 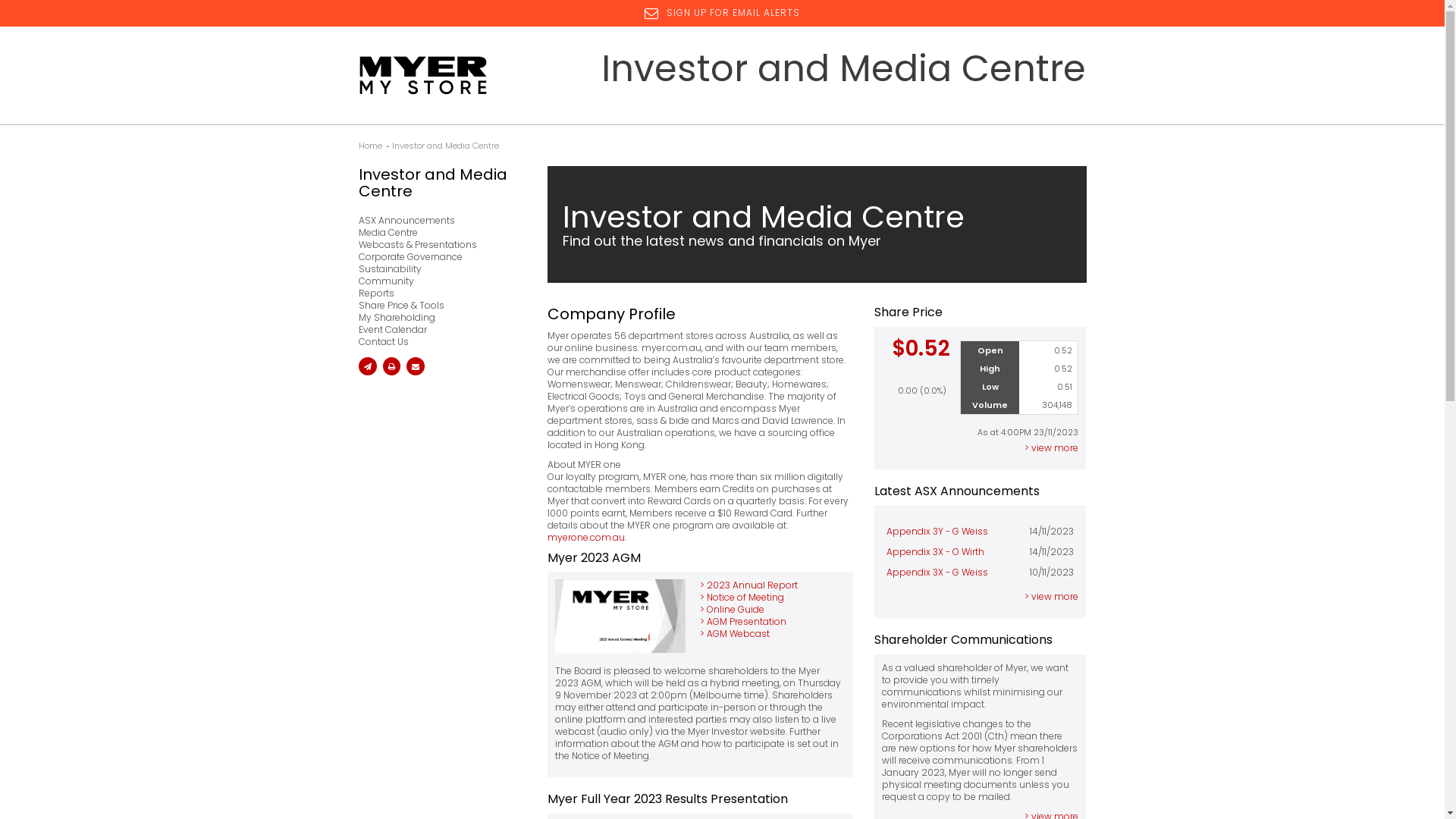 What do you see at coordinates (742, 621) in the screenshot?
I see `'> AGM Presentation'` at bounding box center [742, 621].